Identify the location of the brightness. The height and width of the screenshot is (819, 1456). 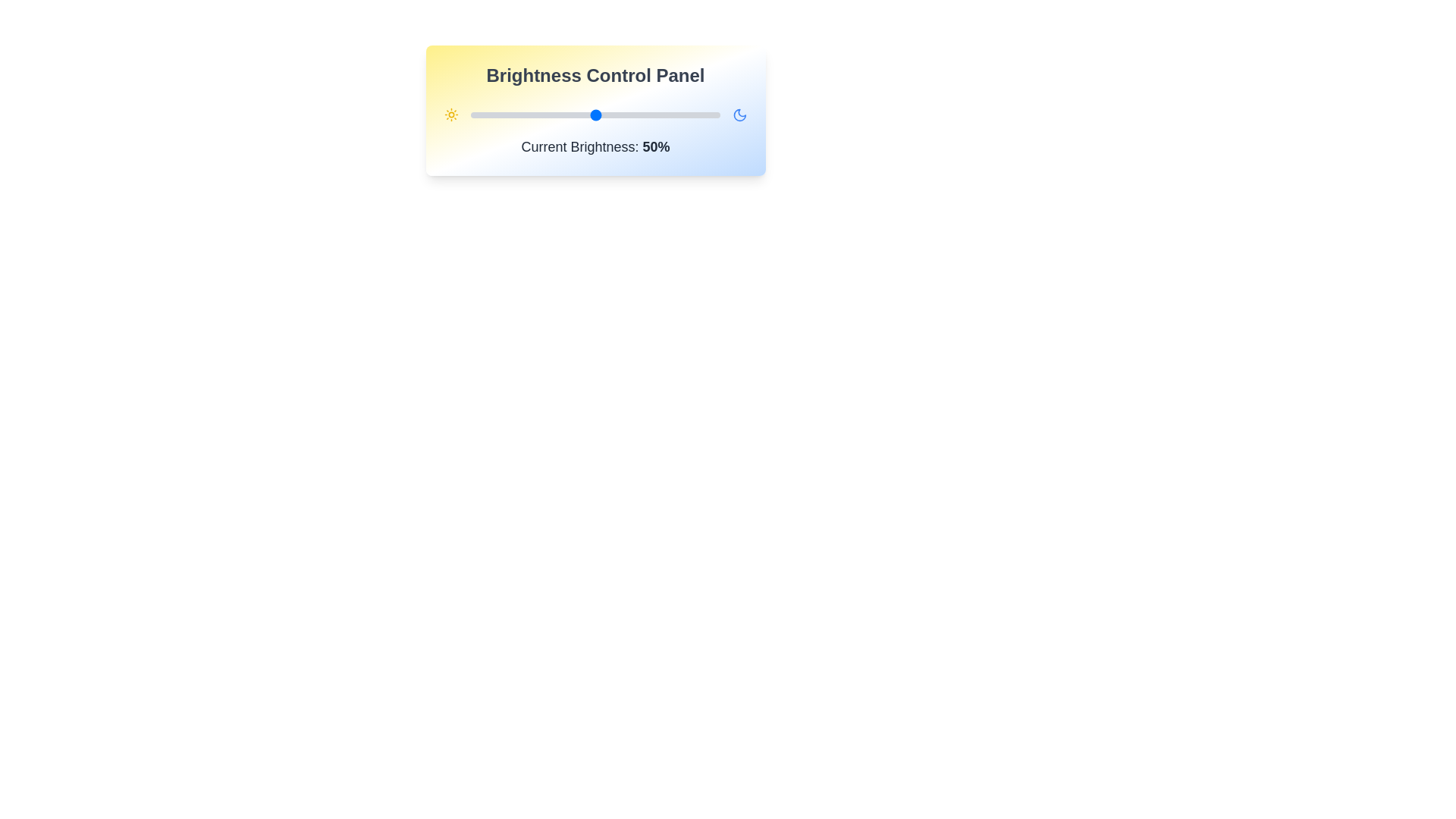
(498, 114).